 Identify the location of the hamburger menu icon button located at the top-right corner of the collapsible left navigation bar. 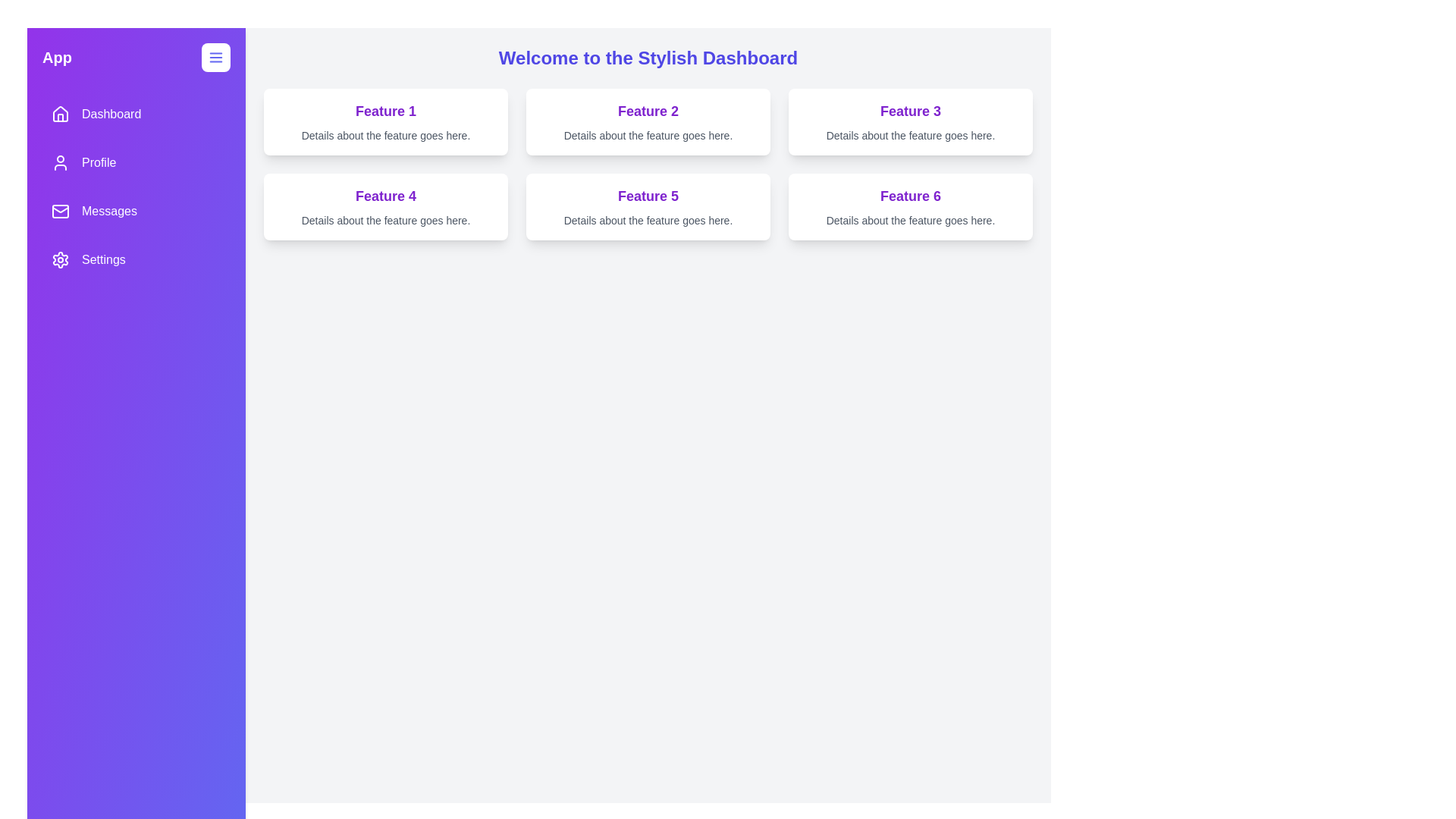
(215, 57).